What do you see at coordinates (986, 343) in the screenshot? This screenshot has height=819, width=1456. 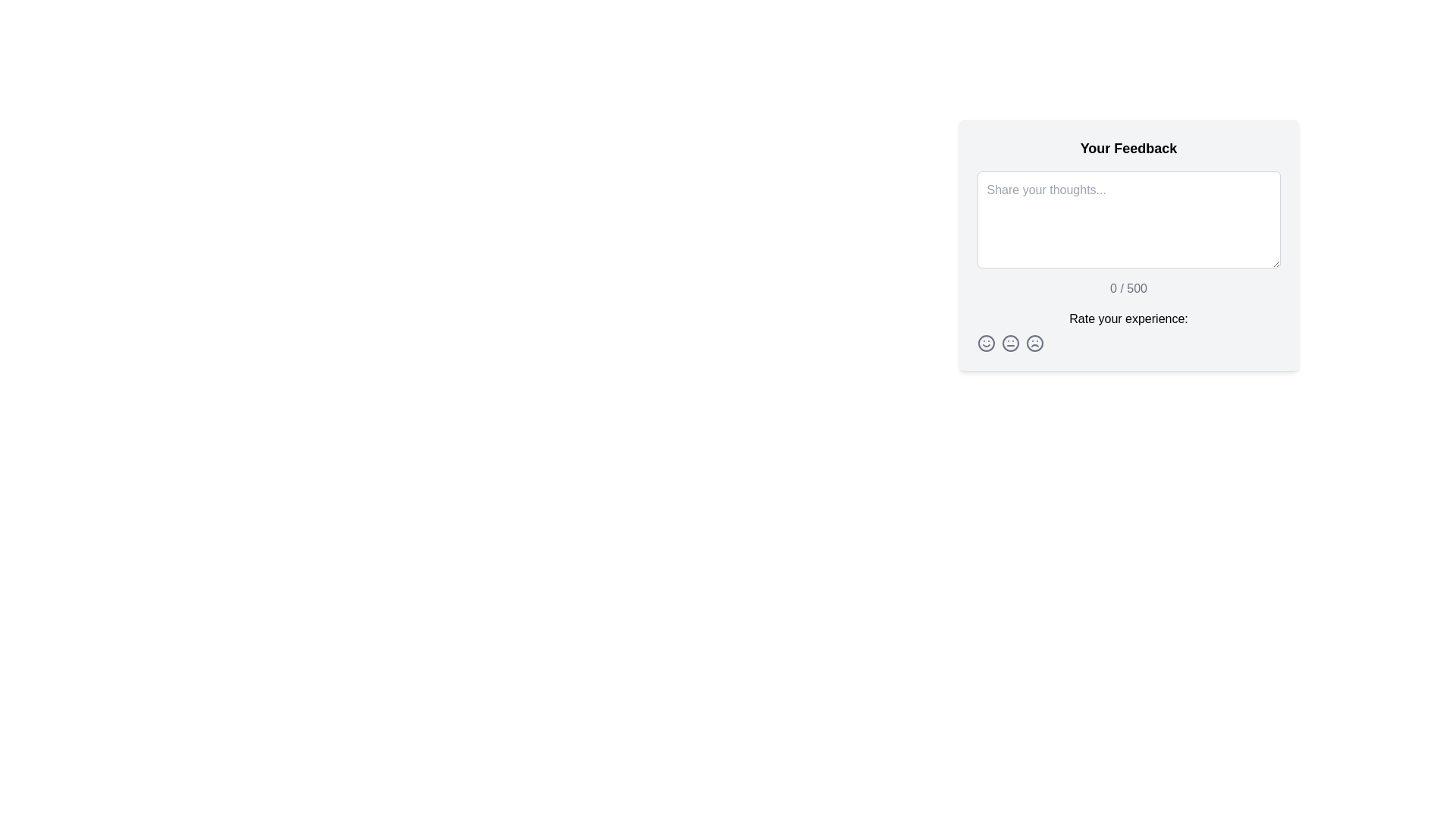 I see `properties of the interactive circular SVG shape that is the central part of the smiley icon located at the bottom-left corner of the feedback section` at bounding box center [986, 343].